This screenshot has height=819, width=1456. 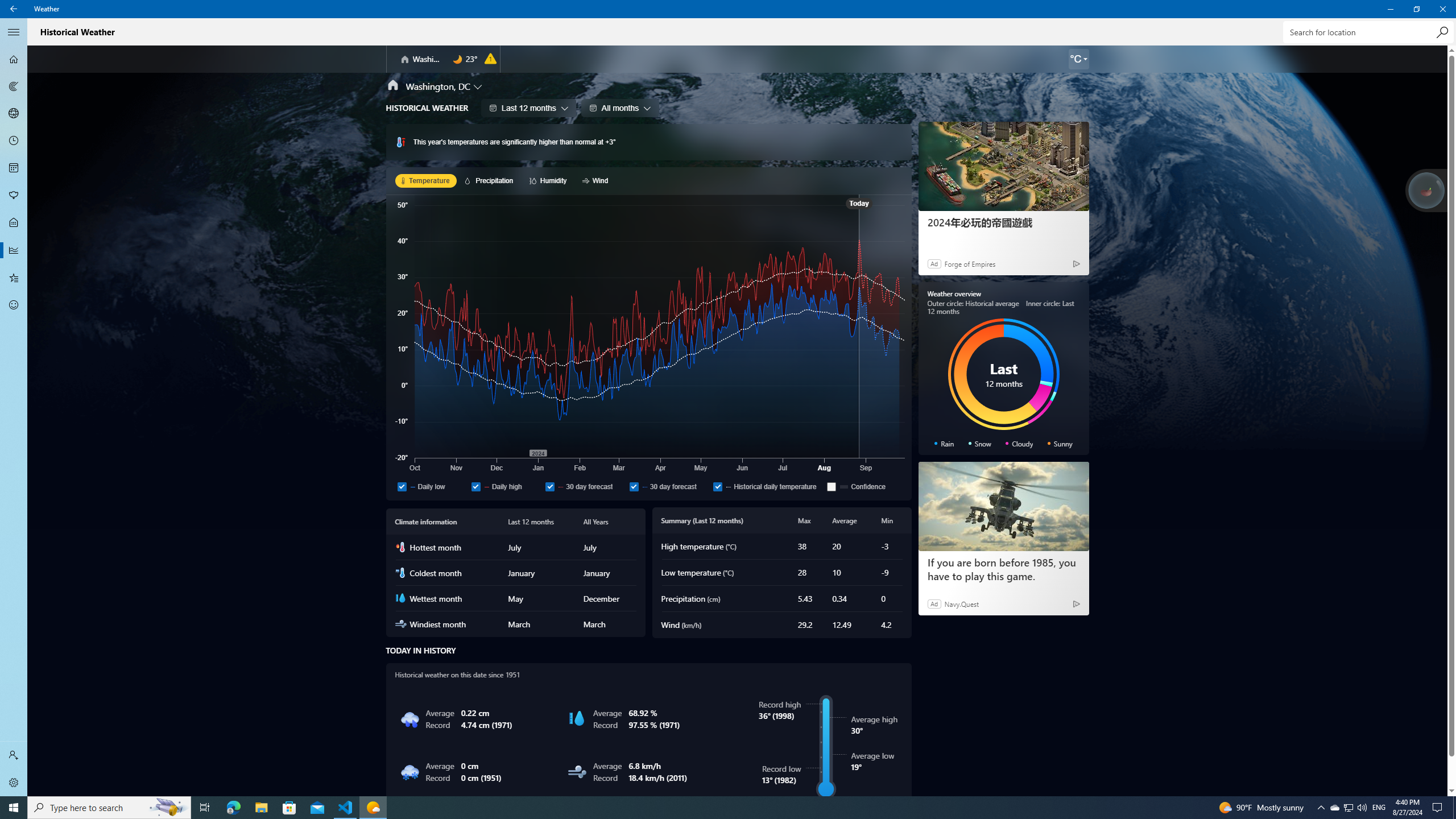 I want to click on 'Notification Chevron', so click(x=1321, y=806).